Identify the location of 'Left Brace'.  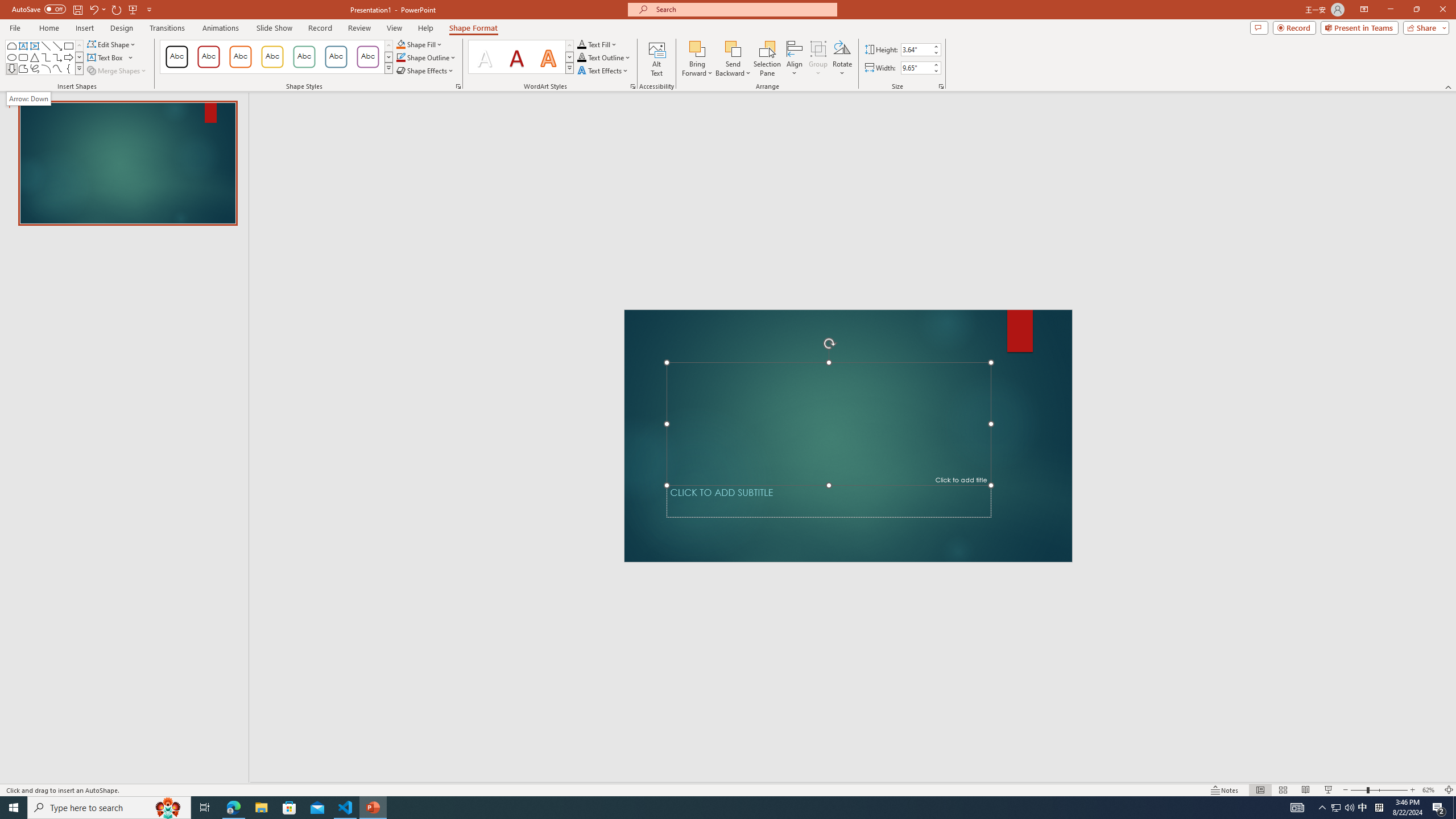
(68, 68).